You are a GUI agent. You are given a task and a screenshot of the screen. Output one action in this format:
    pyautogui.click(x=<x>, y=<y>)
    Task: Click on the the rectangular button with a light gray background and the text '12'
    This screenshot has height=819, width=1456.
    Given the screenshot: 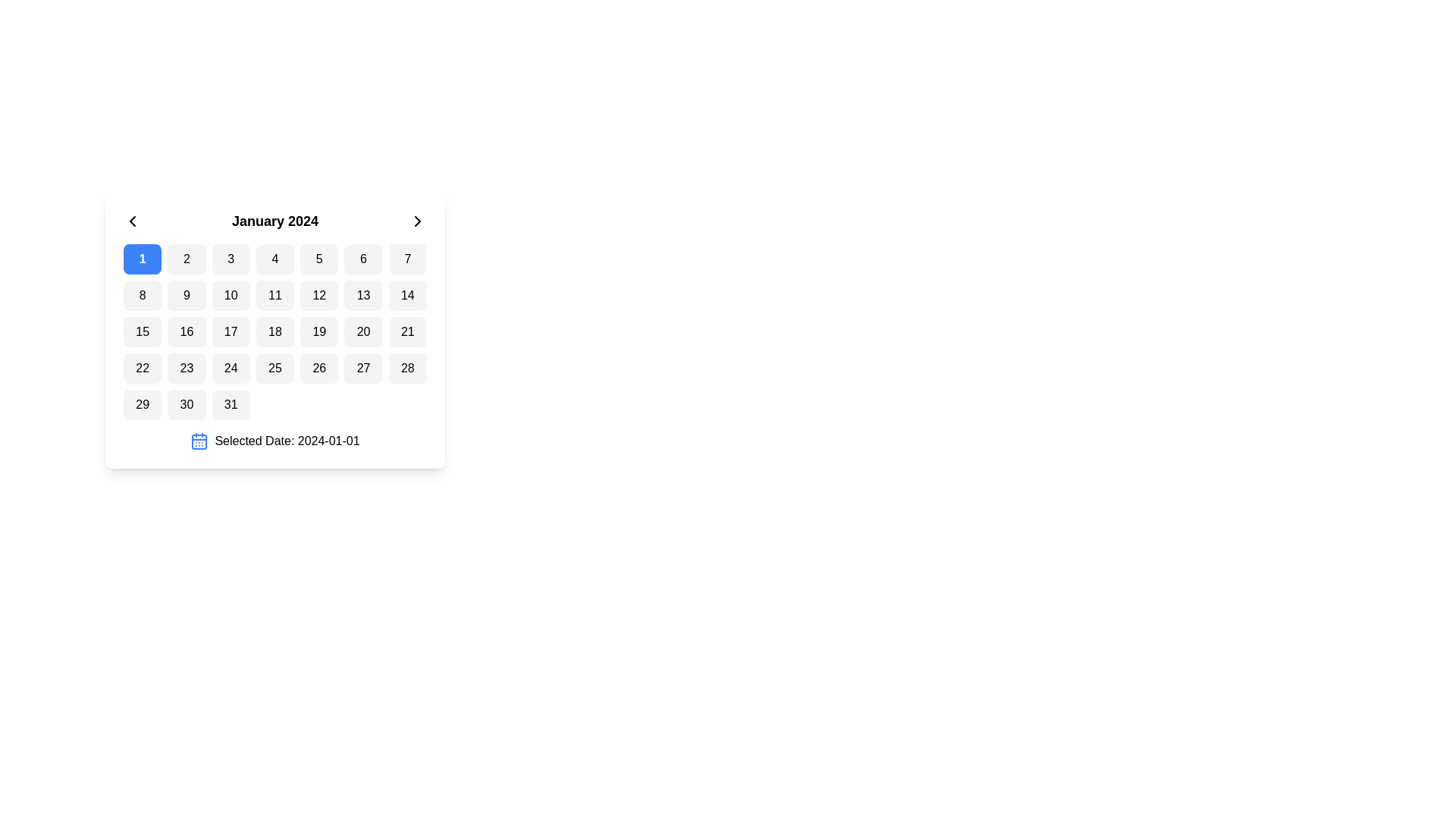 What is the action you would take?
    pyautogui.click(x=318, y=295)
    